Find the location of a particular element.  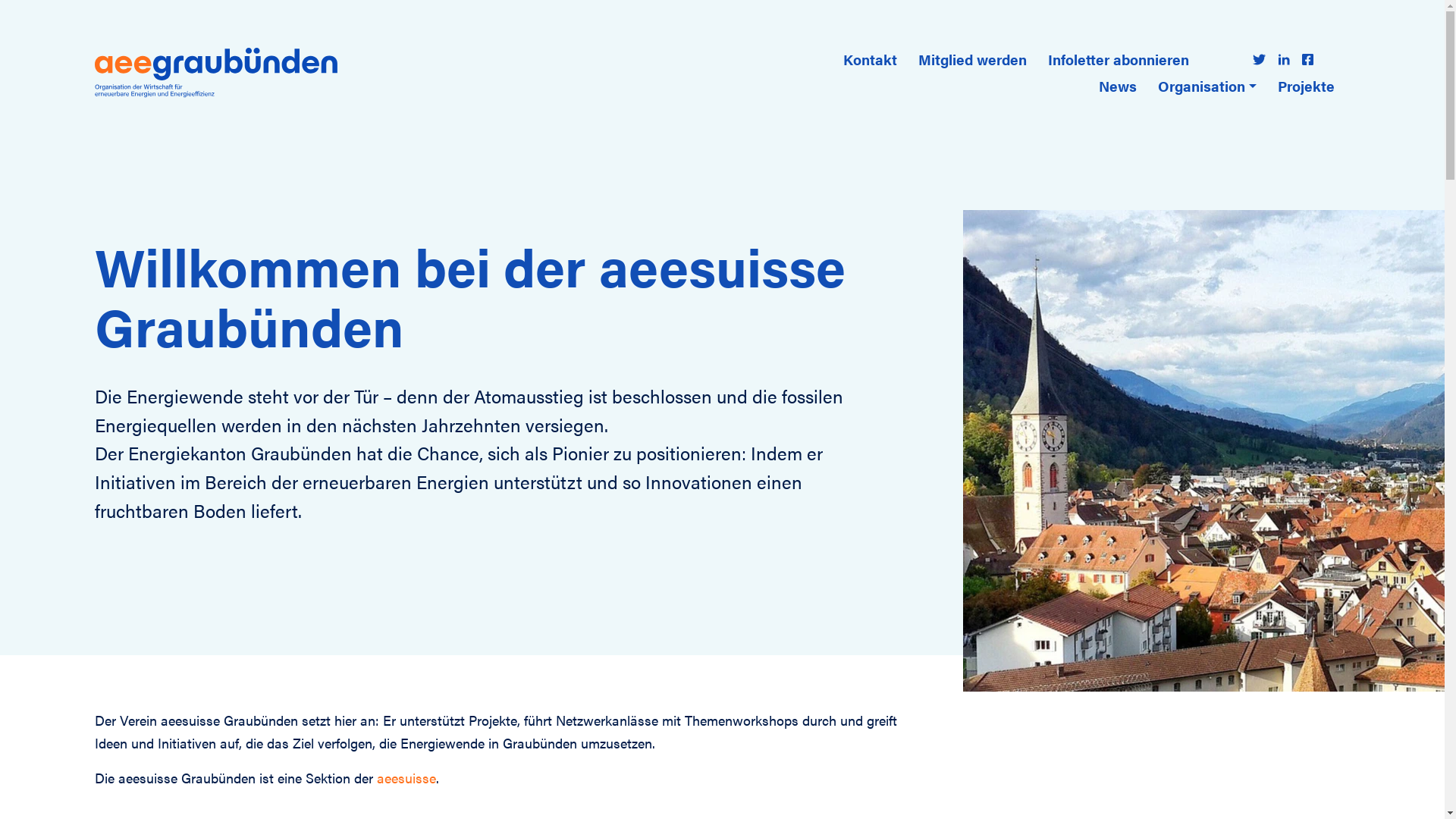

'Projekte' is located at coordinates (1305, 86).